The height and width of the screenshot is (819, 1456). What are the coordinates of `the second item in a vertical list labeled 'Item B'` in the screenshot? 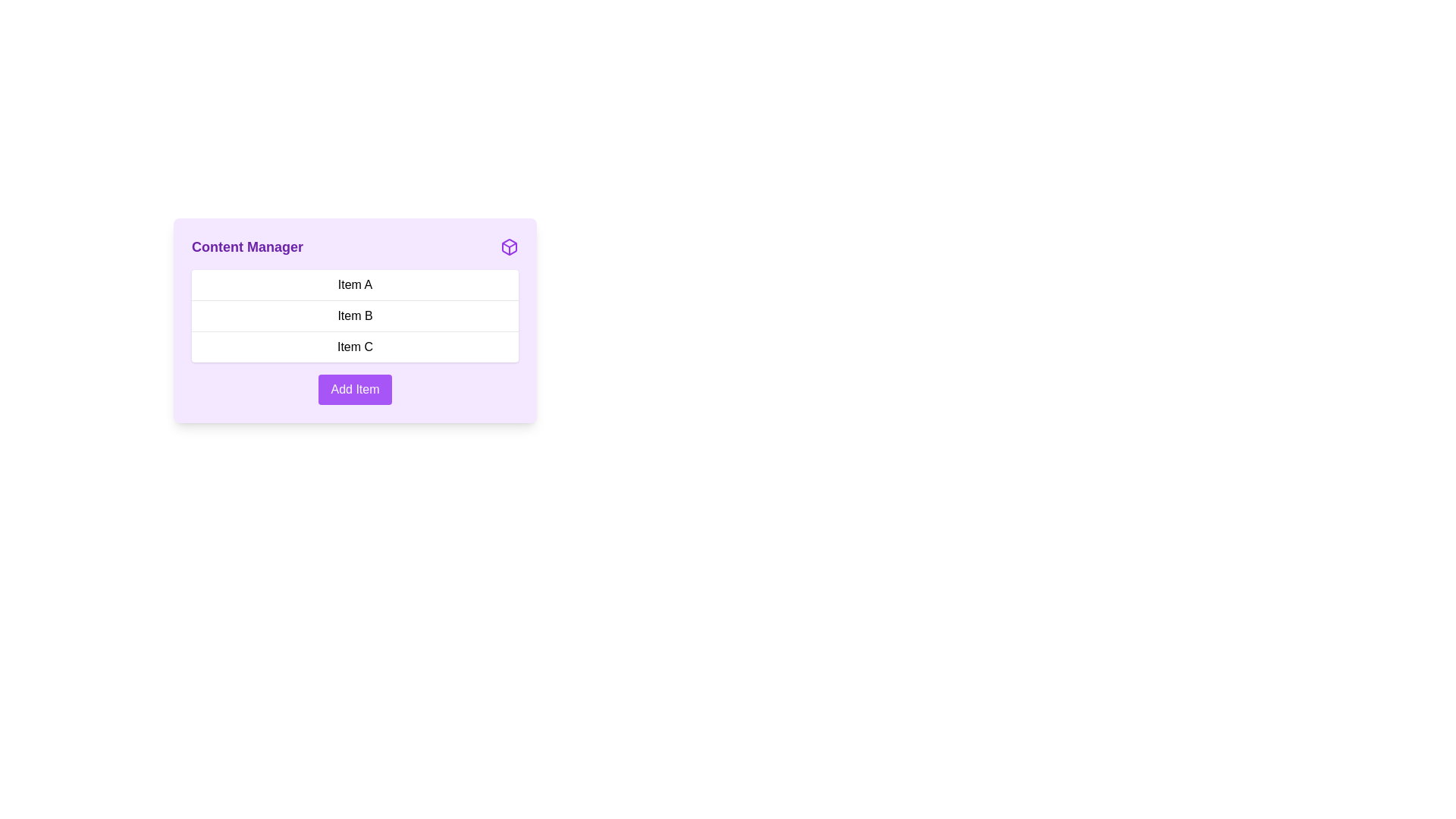 It's located at (354, 320).